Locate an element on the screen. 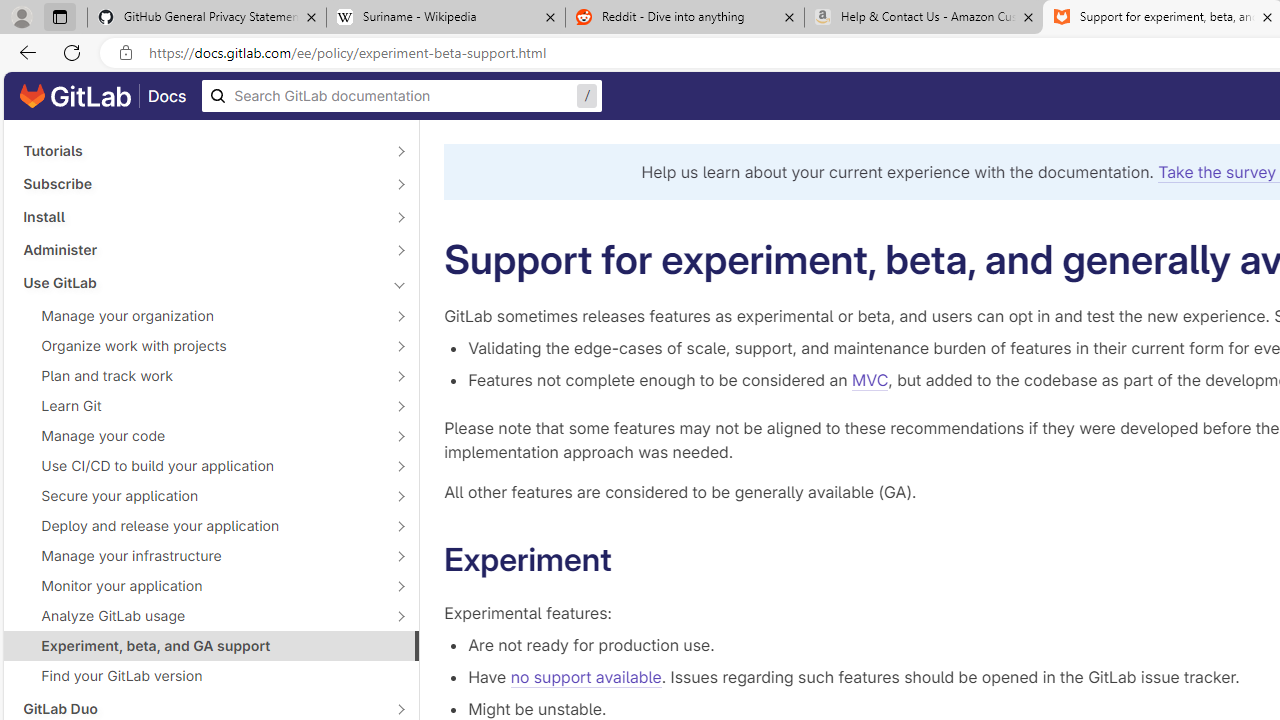 Image resolution: width=1280 pixels, height=720 pixels. 'Learn Git' is located at coordinates (200, 405).